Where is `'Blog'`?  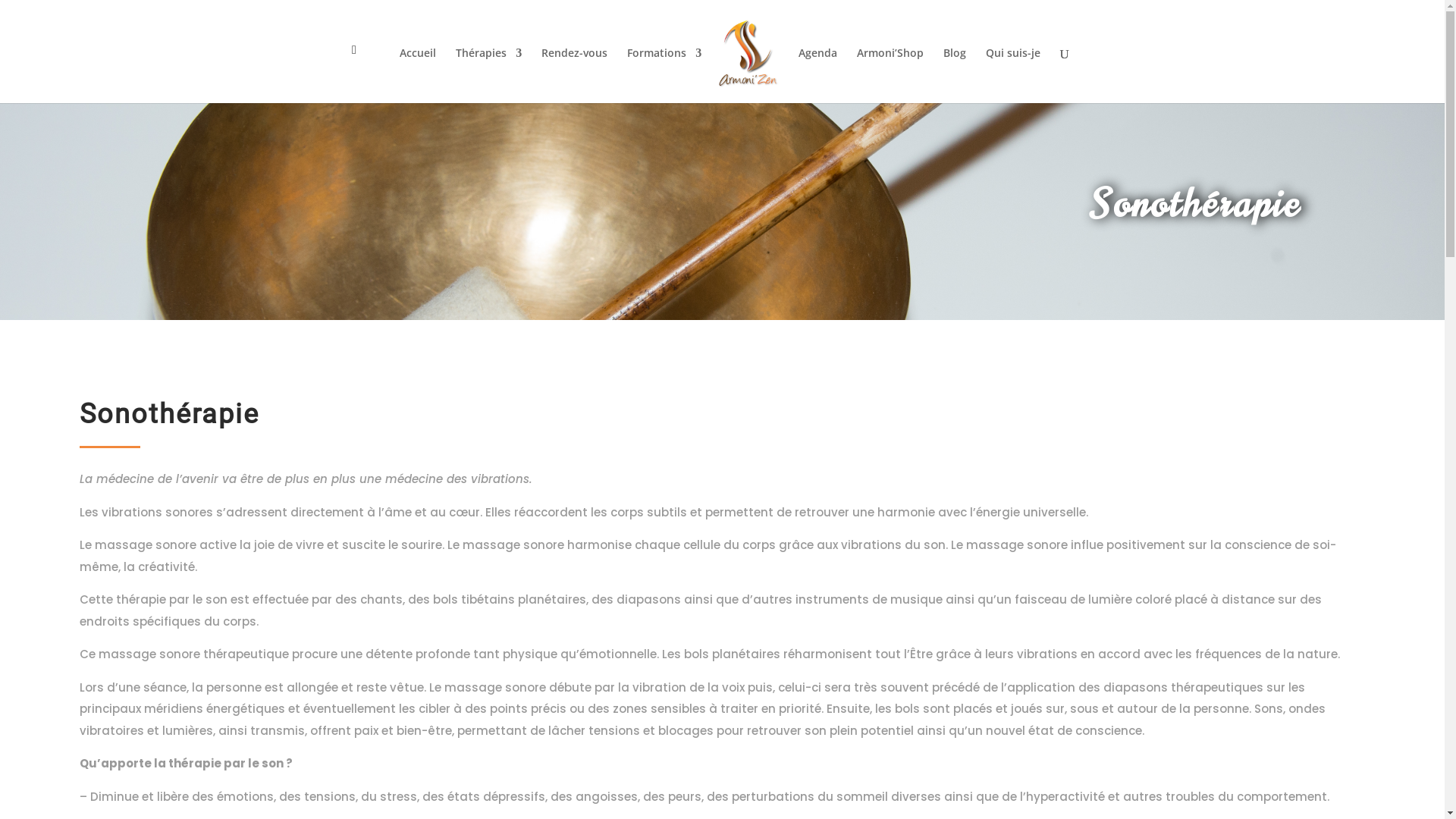 'Blog' is located at coordinates (953, 75).